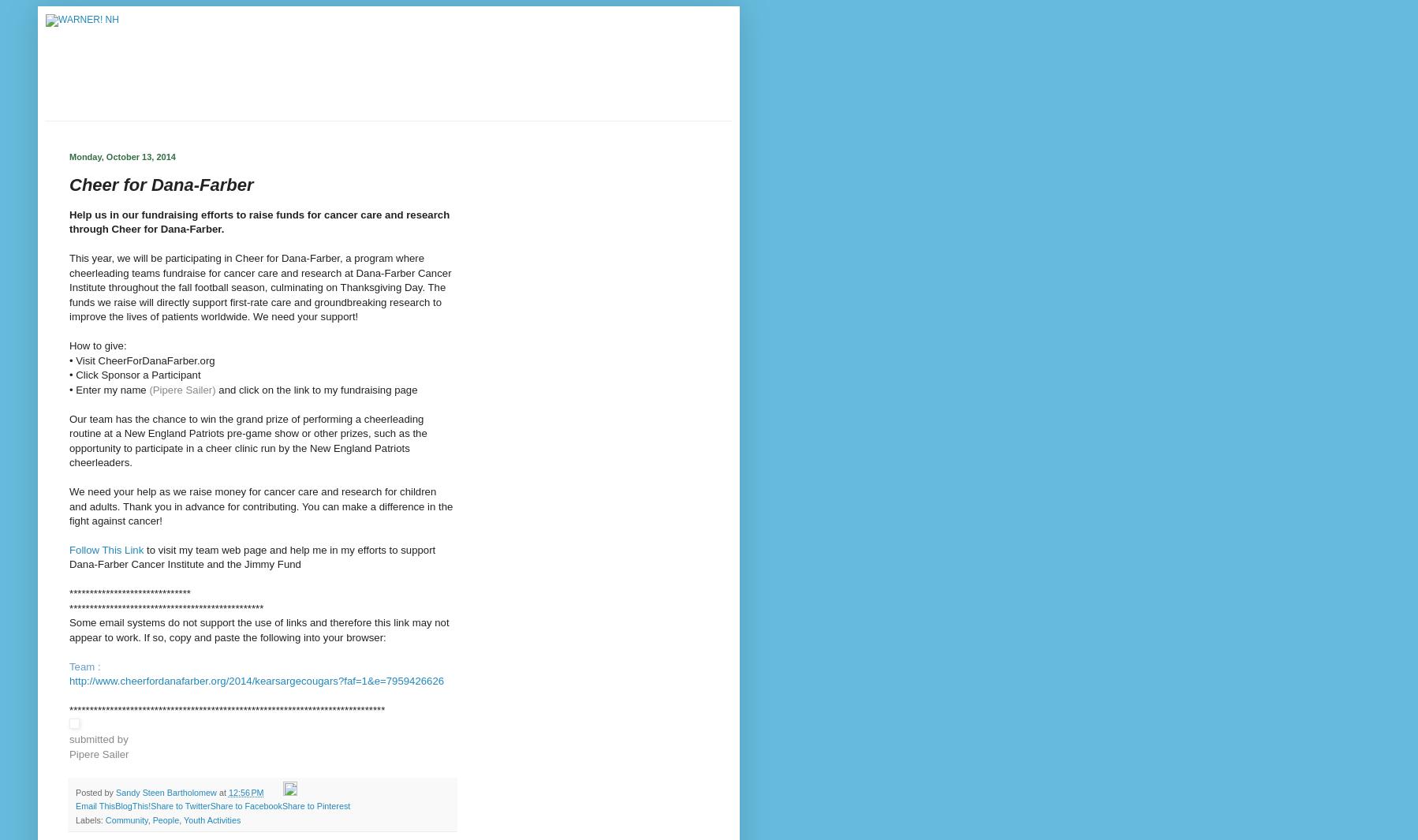 This screenshot has width=1418, height=840. I want to click on 'http://www.cheerfordanafarber.', so click(140, 681).